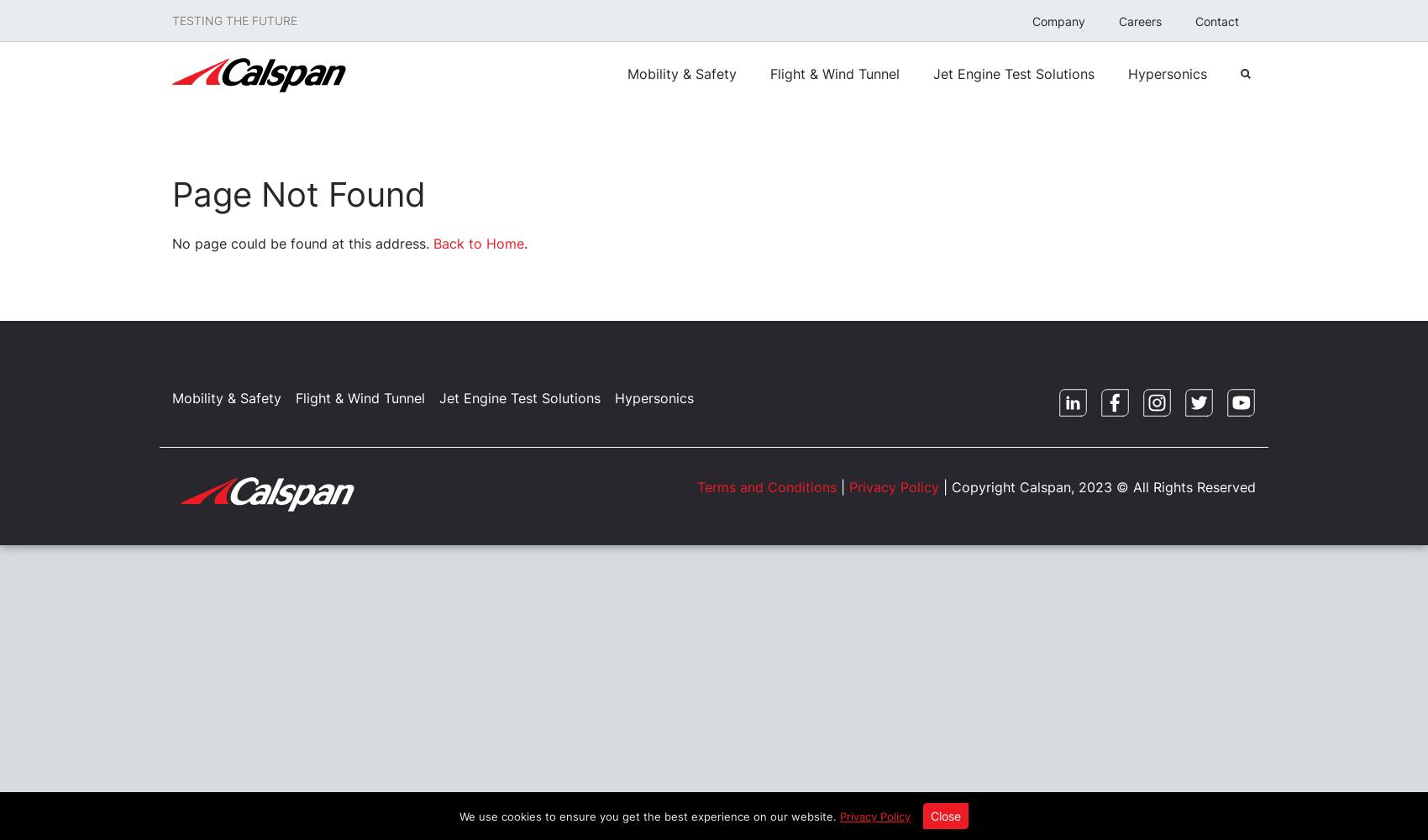  Describe the element at coordinates (1194, 21) in the screenshot. I see `'Contact'` at that location.